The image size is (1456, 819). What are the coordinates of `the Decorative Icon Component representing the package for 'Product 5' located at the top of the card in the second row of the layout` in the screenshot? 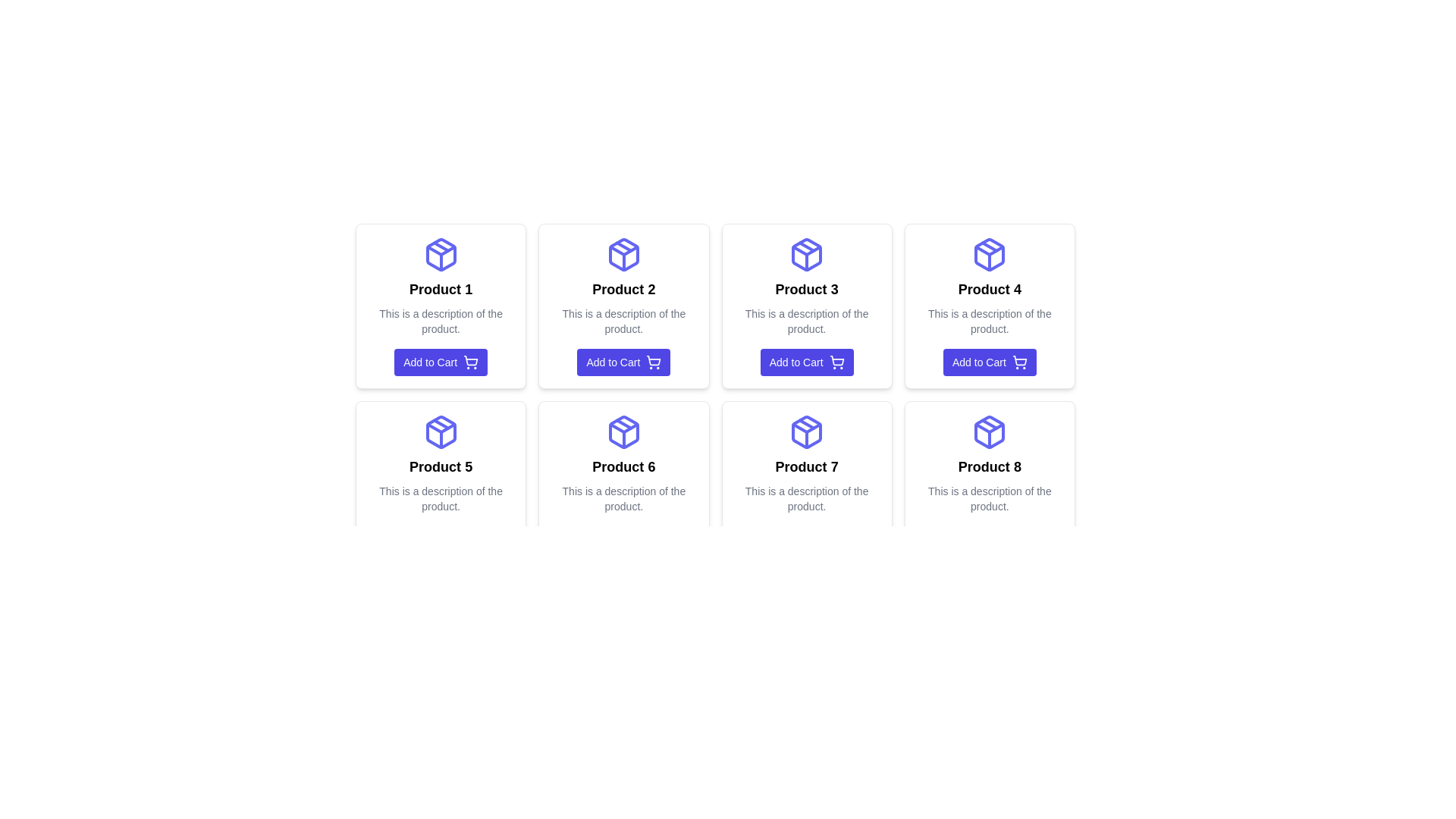 It's located at (440, 432).